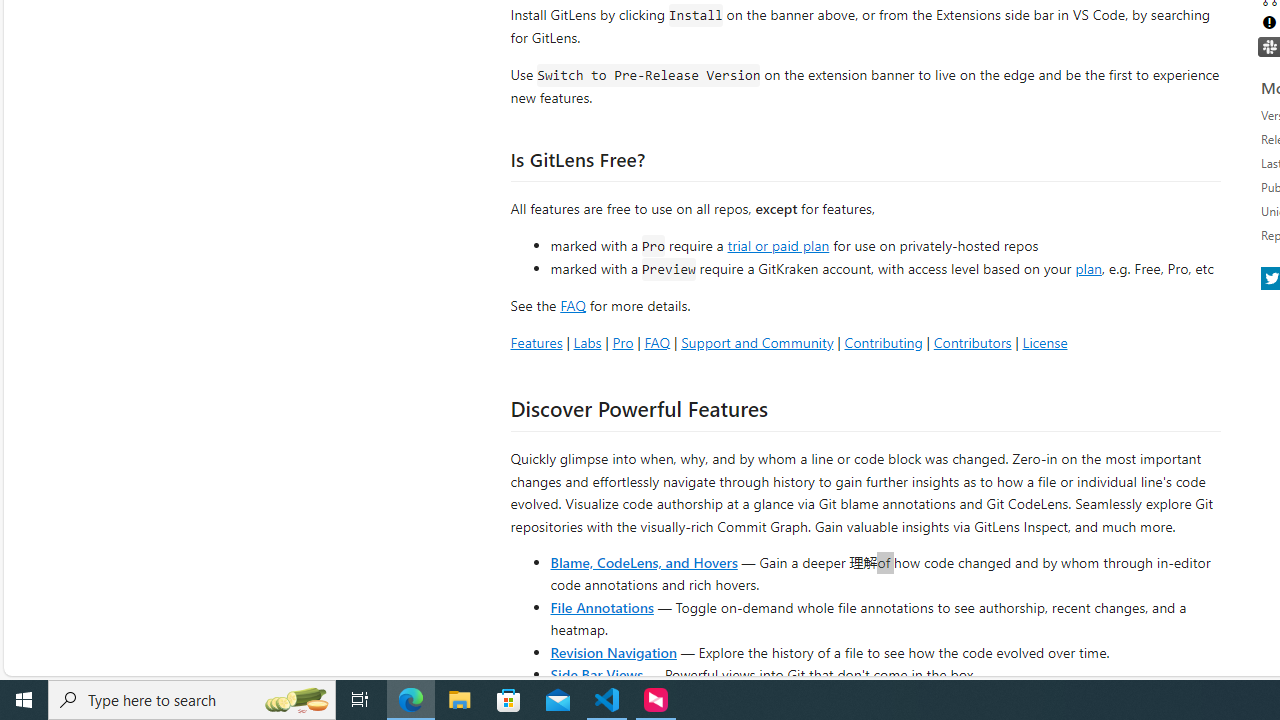 Image resolution: width=1280 pixels, height=720 pixels. Describe the element at coordinates (657, 341) in the screenshot. I see `'FAQ'` at that location.